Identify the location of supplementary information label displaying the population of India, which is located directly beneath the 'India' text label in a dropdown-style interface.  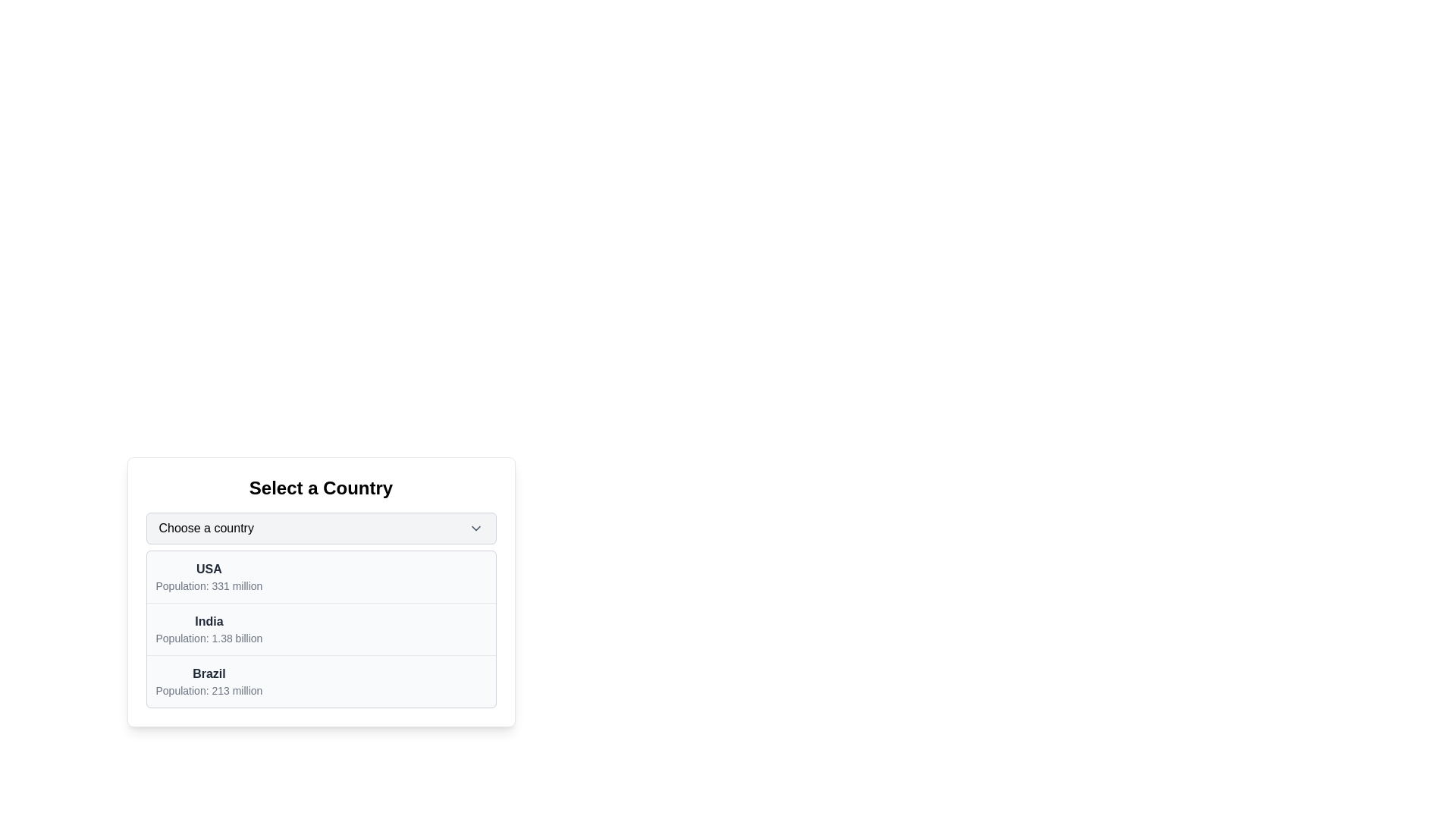
(208, 638).